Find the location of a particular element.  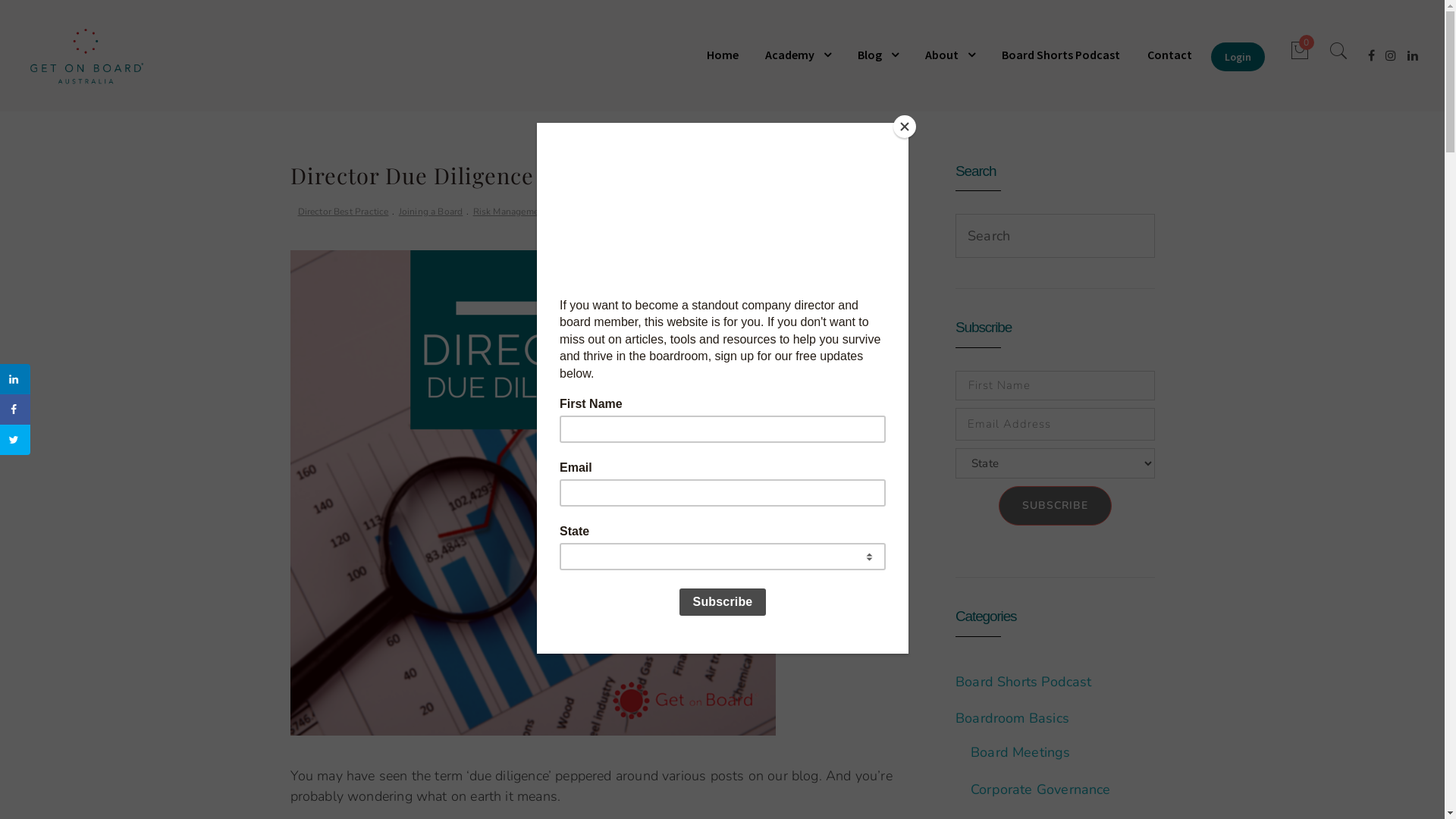

'Director Best Practice' is located at coordinates (297, 212).